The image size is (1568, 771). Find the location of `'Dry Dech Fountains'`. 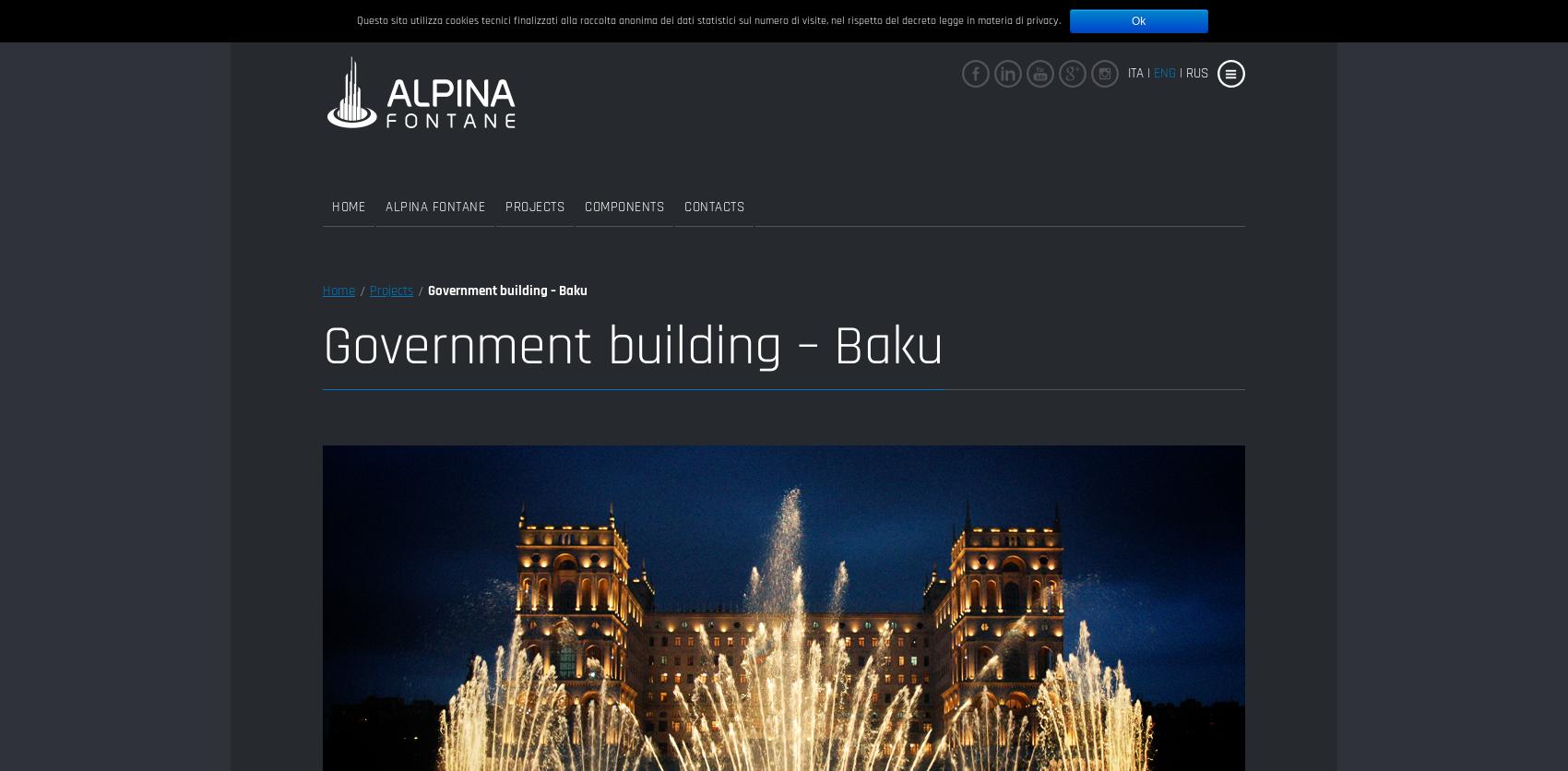

'Dry Dech Fountains' is located at coordinates (741, 247).